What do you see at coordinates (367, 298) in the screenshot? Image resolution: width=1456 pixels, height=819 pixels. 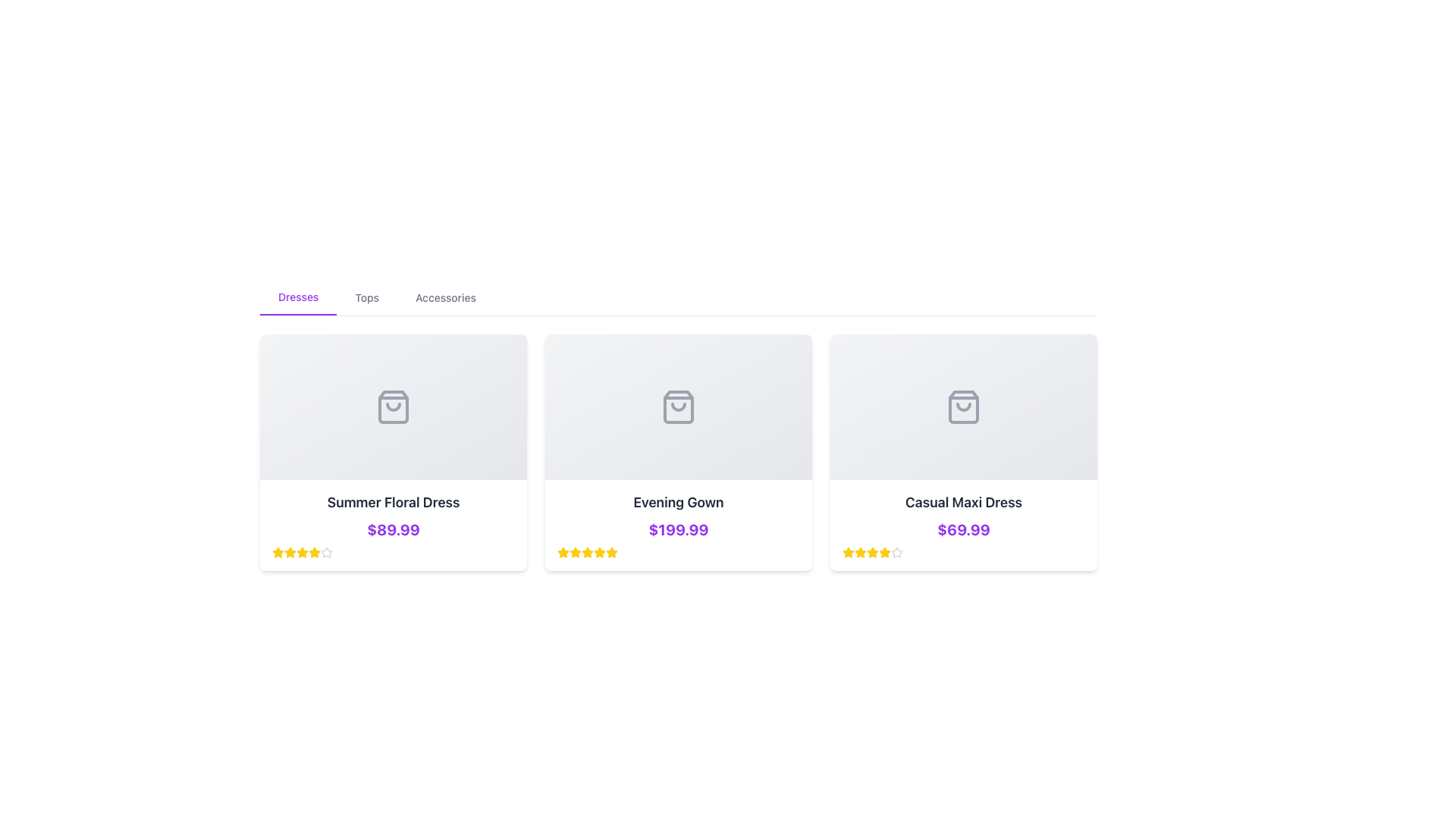 I see `the 'Tops' navigation tab` at bounding box center [367, 298].